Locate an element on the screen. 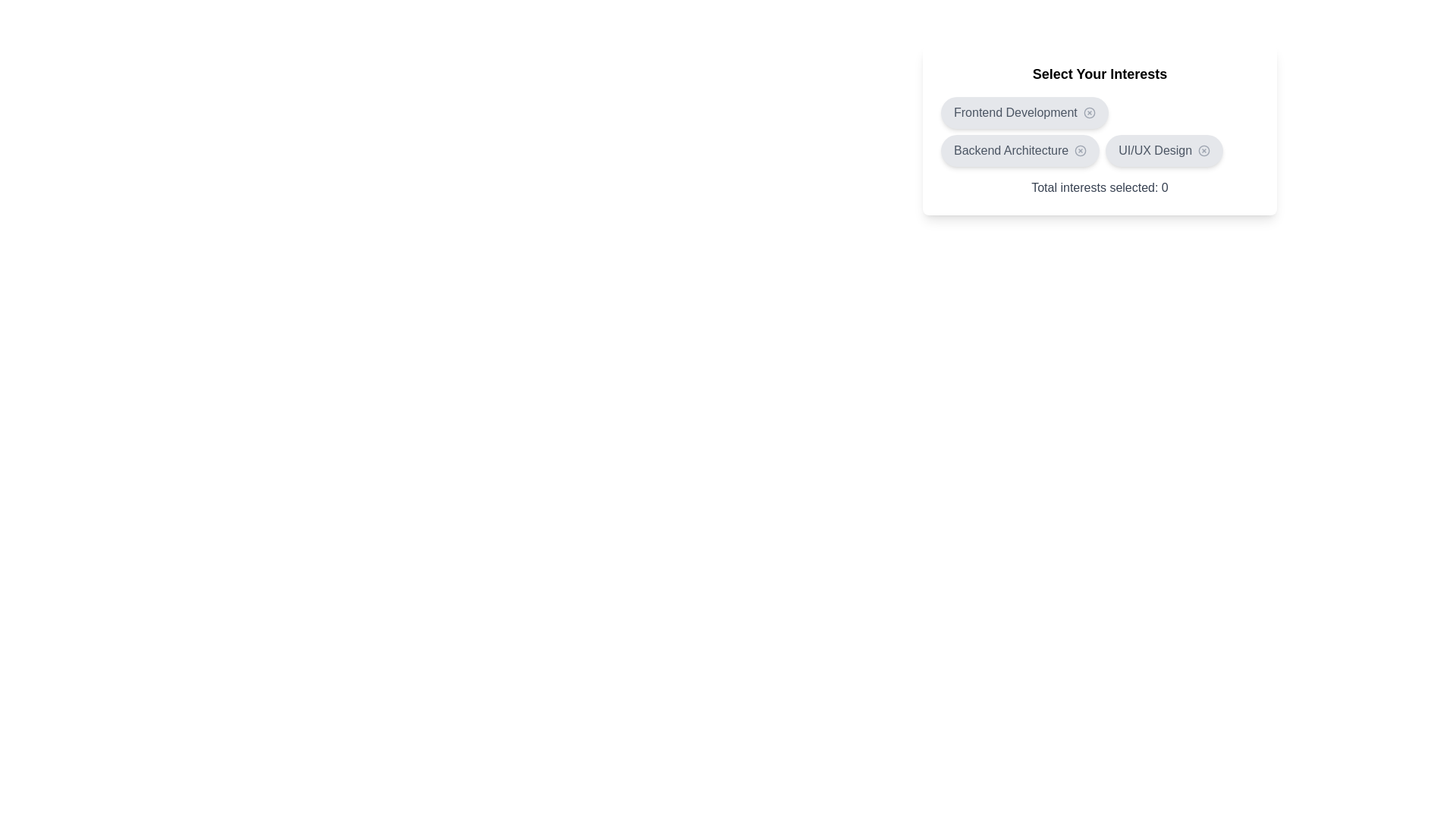 This screenshot has width=1456, height=819. the third selectable button in the 'Select Your Interests' interface is located at coordinates (1163, 151).